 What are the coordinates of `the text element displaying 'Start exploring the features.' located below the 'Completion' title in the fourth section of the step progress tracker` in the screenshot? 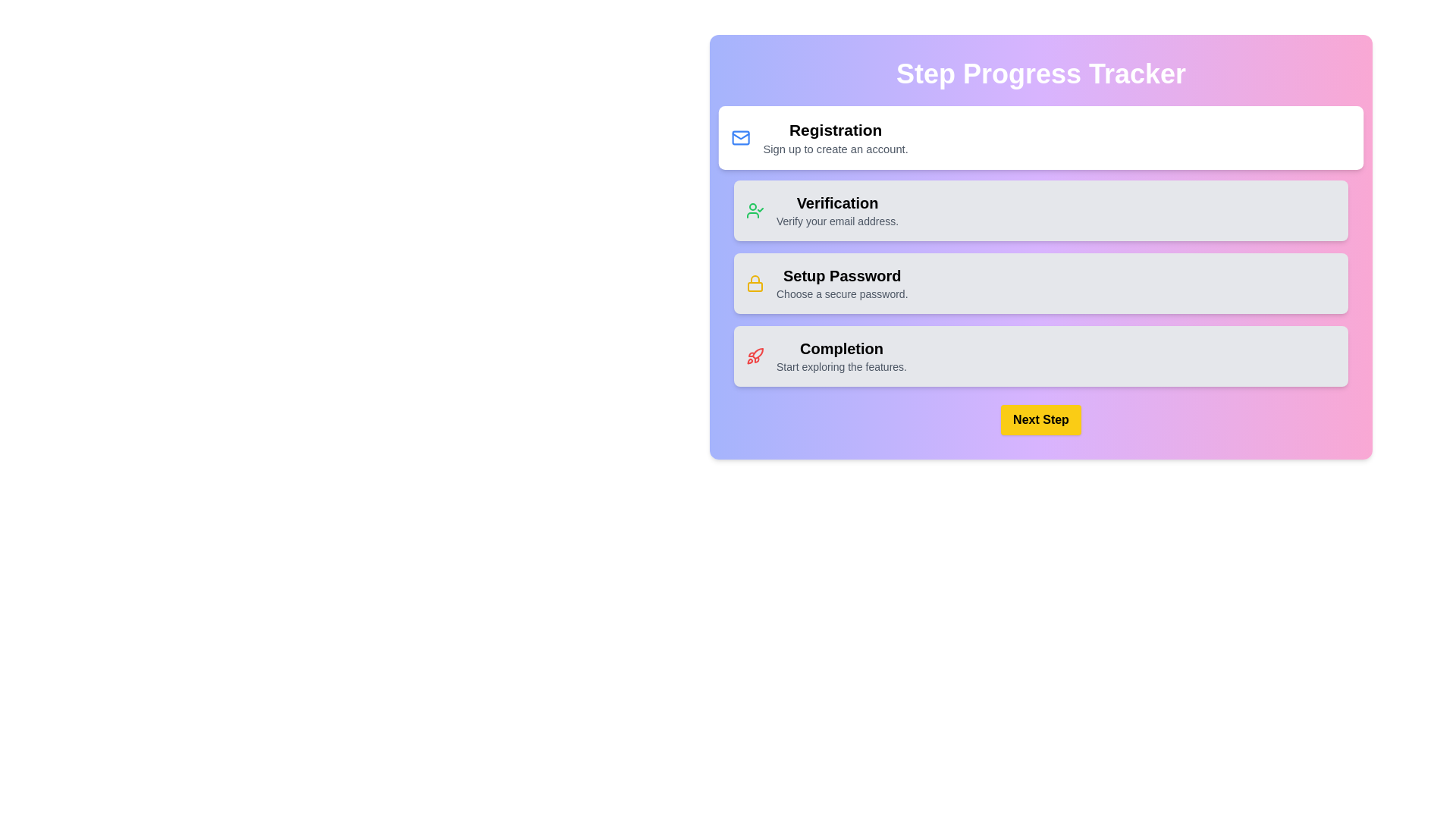 It's located at (840, 366).